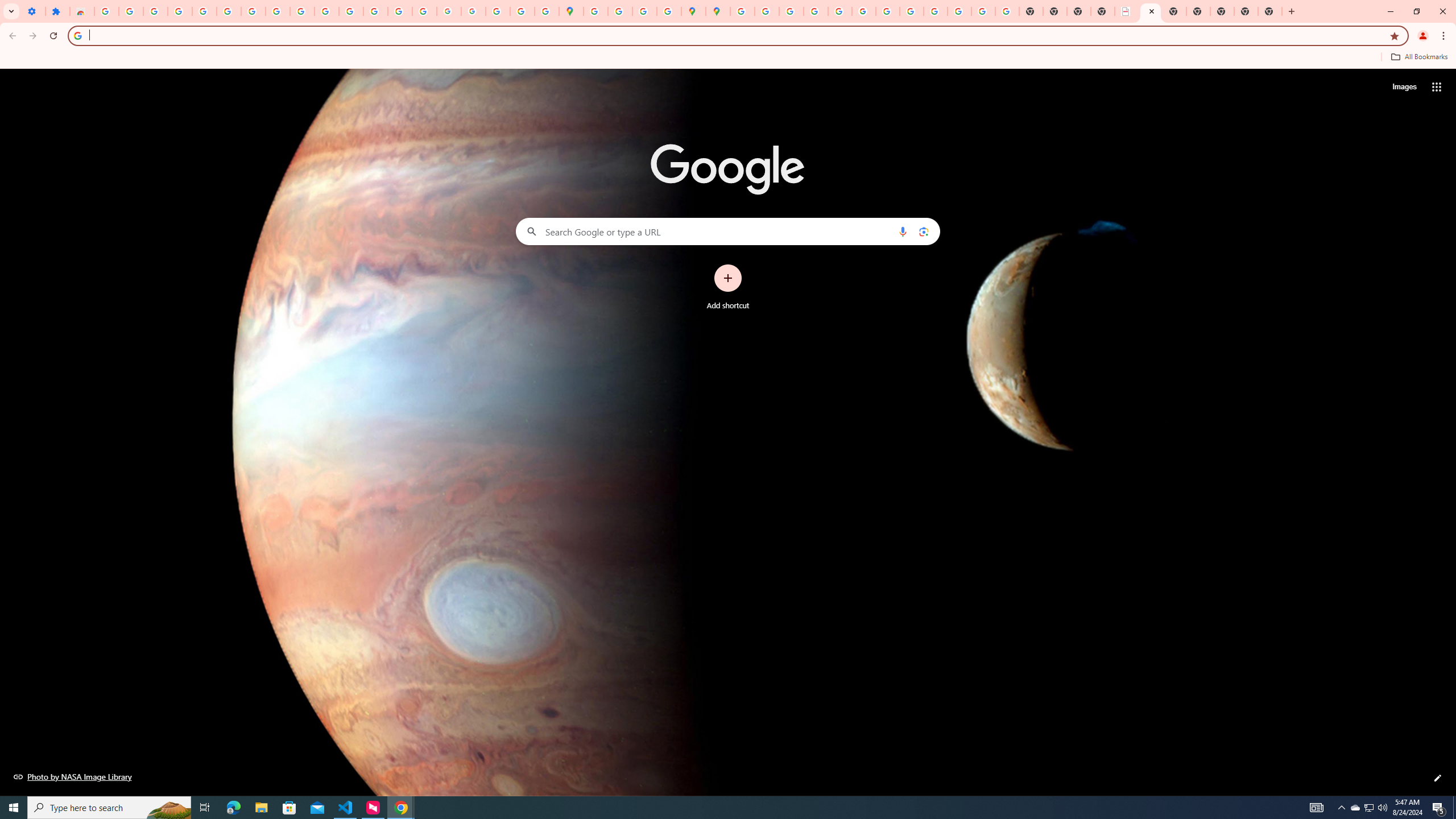 The image size is (1456, 819). I want to click on 'YouTube', so click(302, 11).